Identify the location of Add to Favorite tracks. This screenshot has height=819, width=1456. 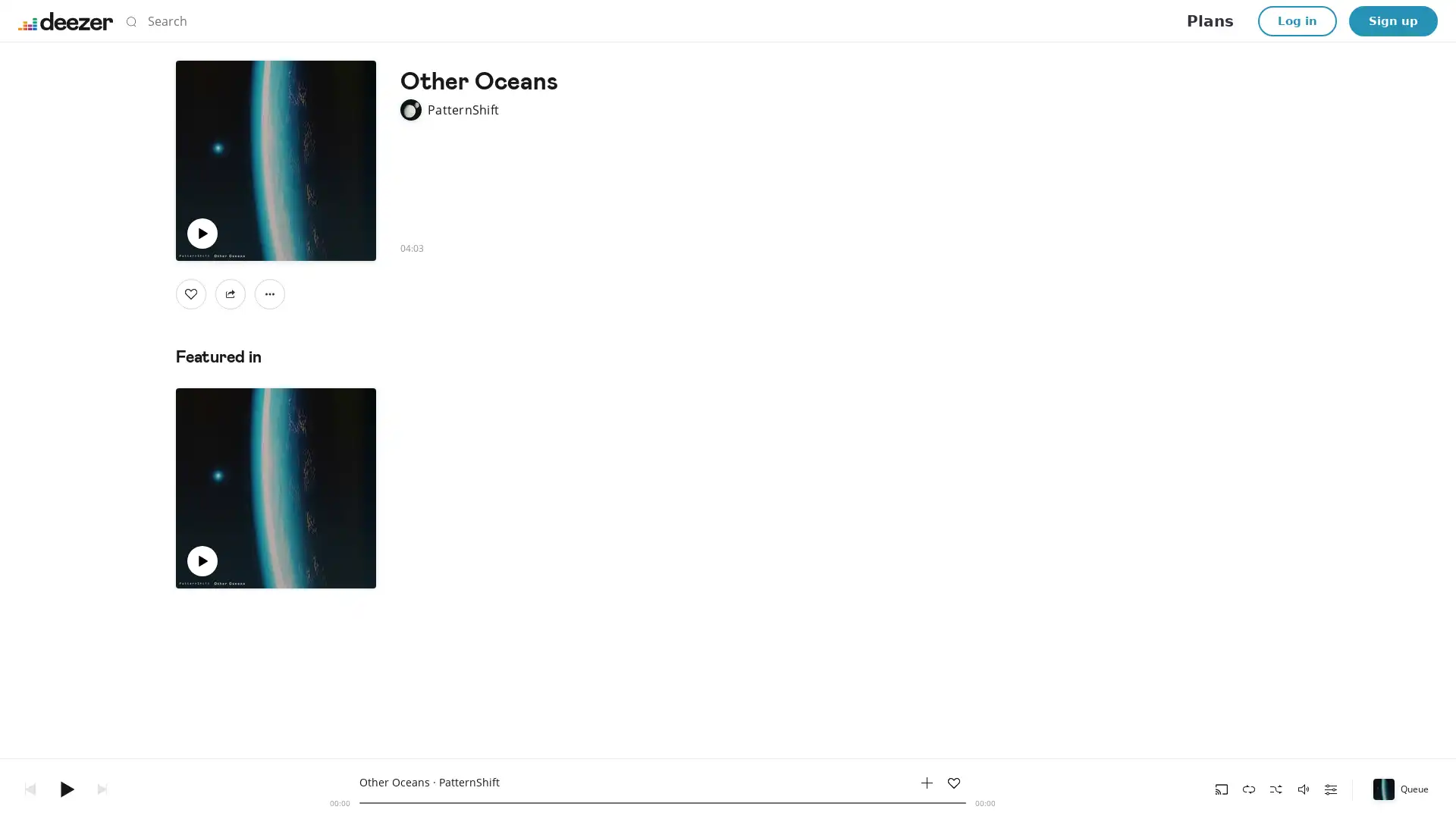
(240, 561).